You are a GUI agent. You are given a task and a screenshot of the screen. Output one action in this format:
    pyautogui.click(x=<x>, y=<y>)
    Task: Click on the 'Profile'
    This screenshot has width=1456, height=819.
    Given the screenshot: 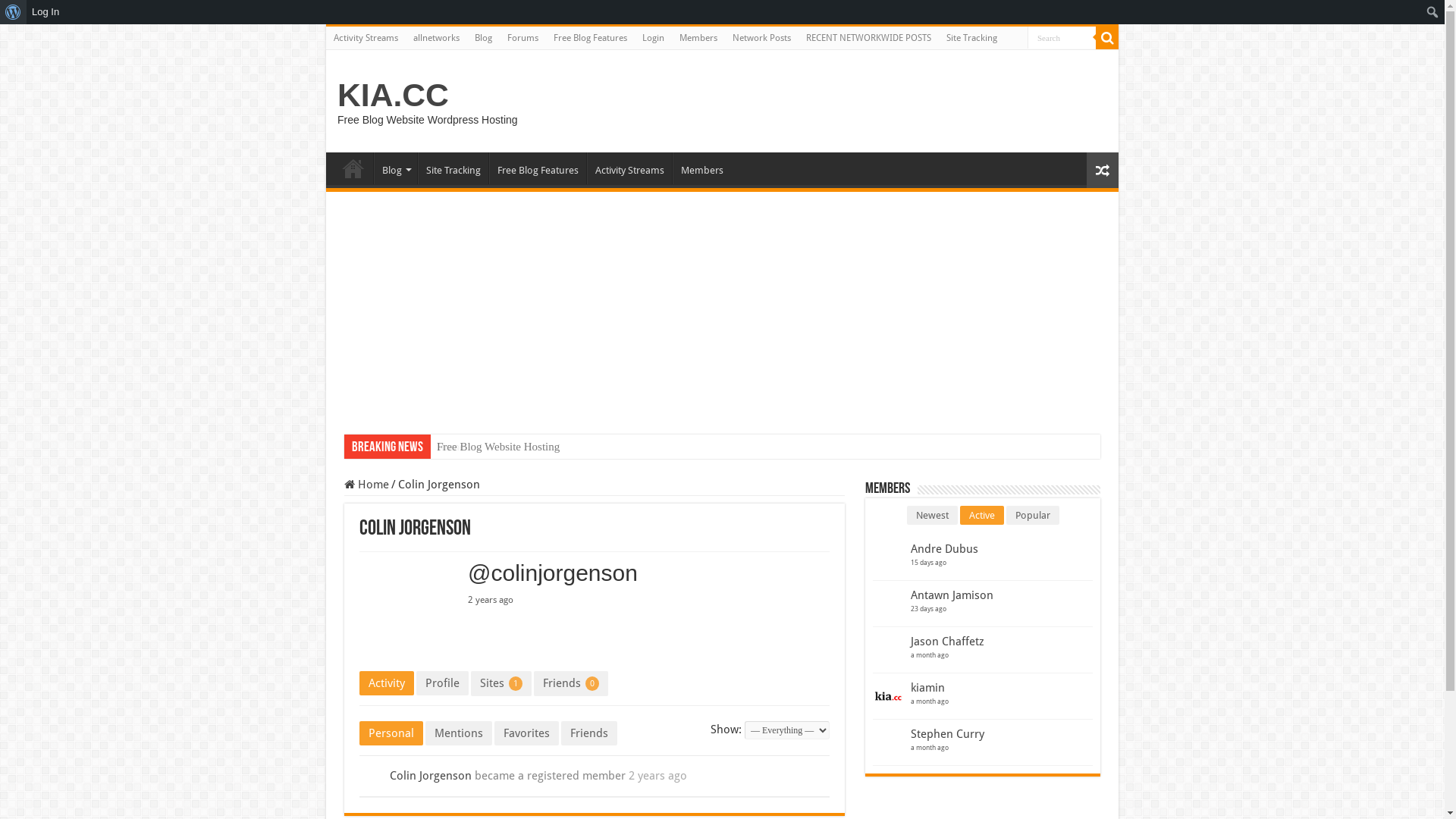 What is the action you would take?
    pyautogui.click(x=441, y=683)
    